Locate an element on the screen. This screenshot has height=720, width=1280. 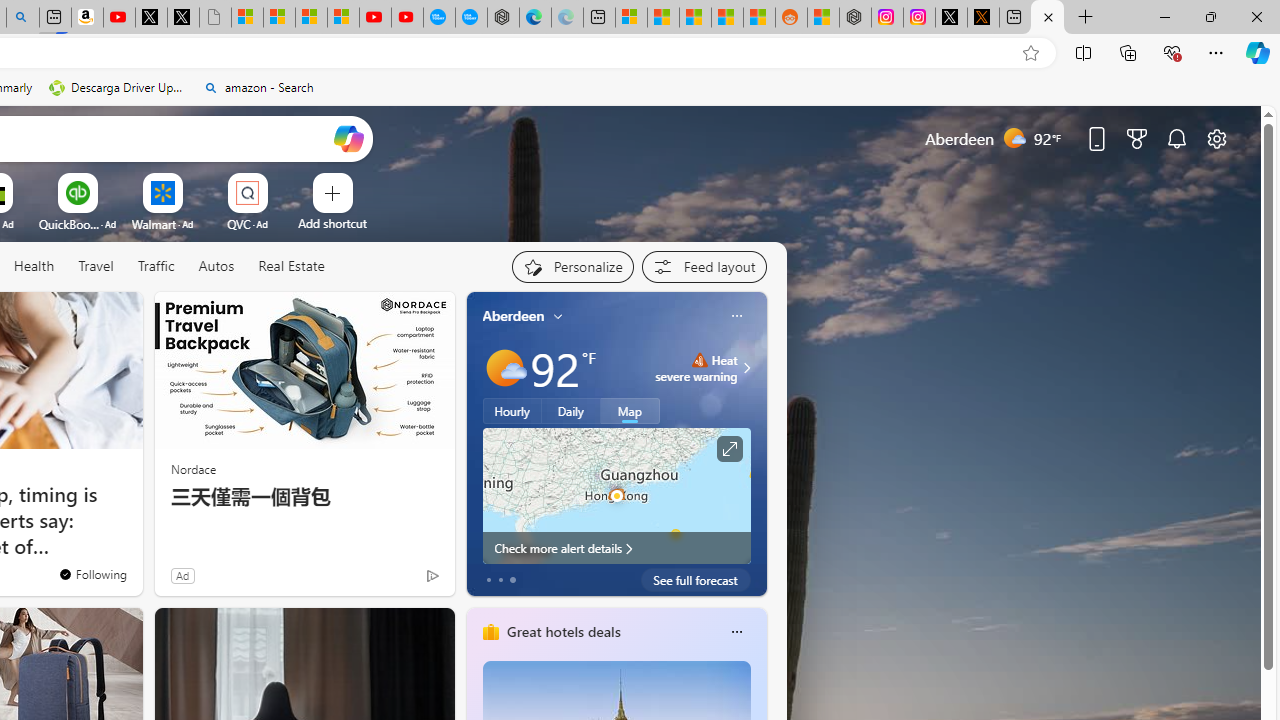
'Add a site' is located at coordinates (332, 223).